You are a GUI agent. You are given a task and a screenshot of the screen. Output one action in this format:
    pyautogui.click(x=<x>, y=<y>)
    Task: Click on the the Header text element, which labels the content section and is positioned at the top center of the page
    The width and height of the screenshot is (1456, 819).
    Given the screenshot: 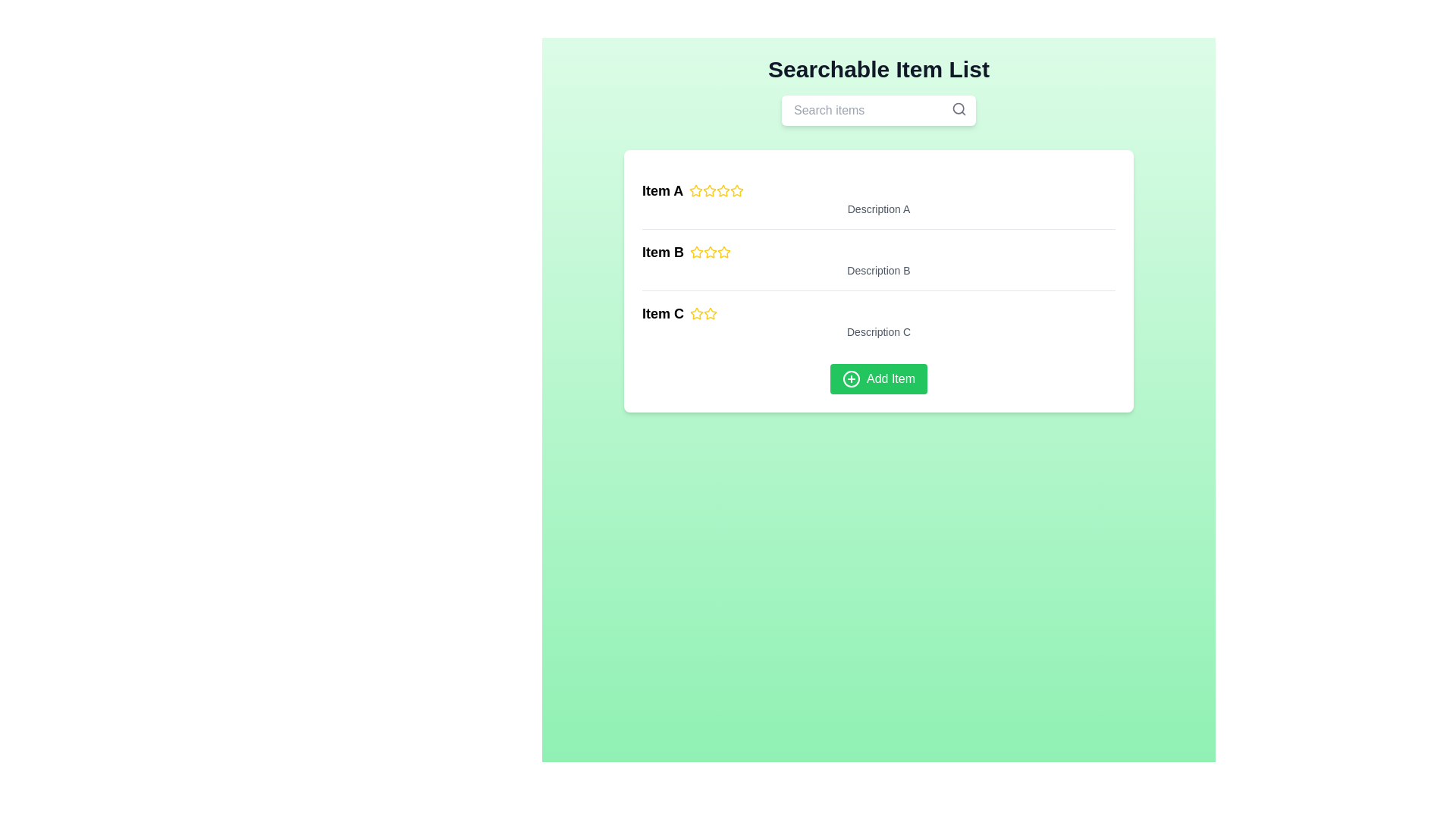 What is the action you would take?
    pyautogui.click(x=878, y=70)
    